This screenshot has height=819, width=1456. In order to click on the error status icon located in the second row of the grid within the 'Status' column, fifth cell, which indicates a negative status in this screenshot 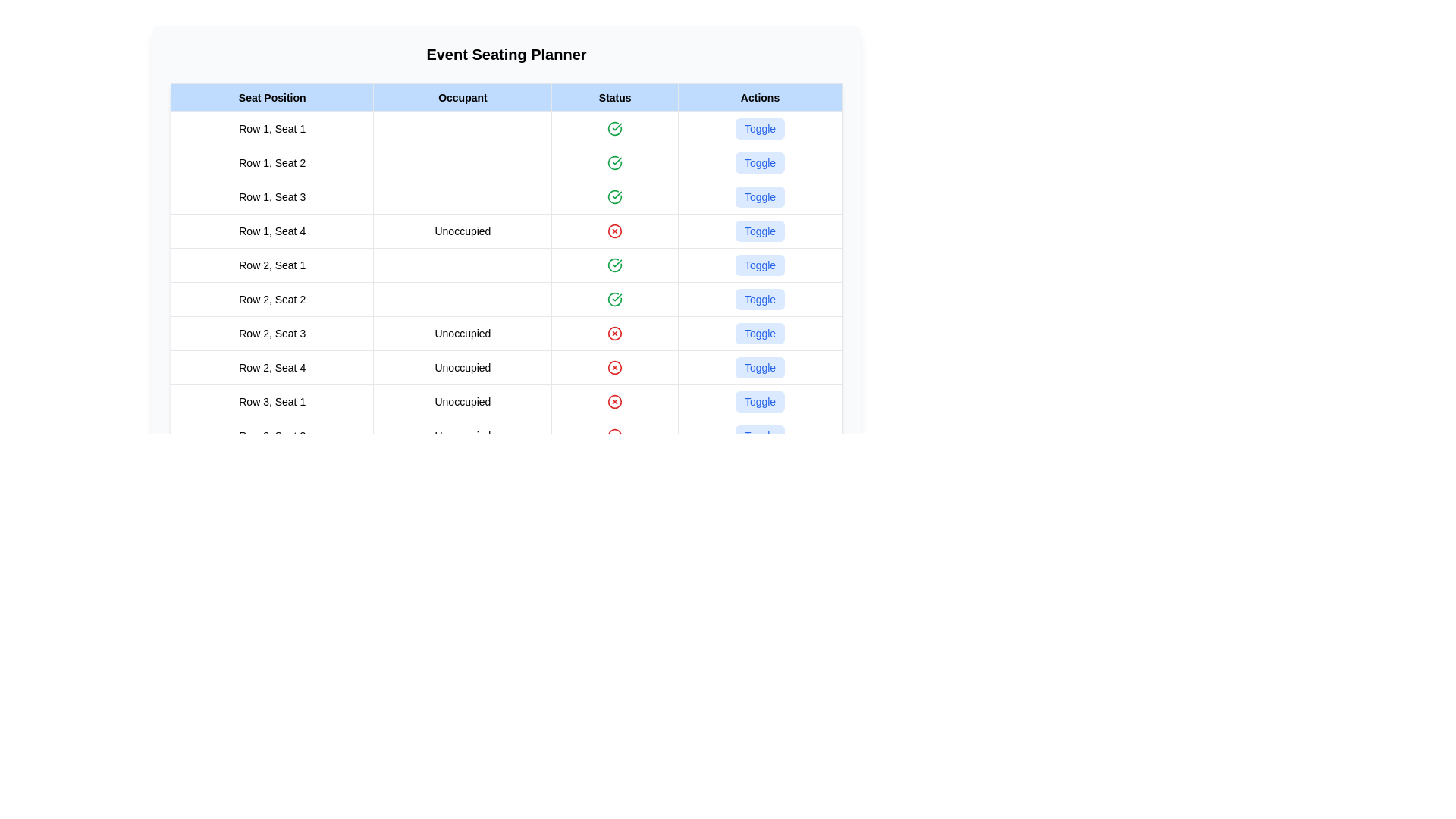, I will do `click(615, 368)`.